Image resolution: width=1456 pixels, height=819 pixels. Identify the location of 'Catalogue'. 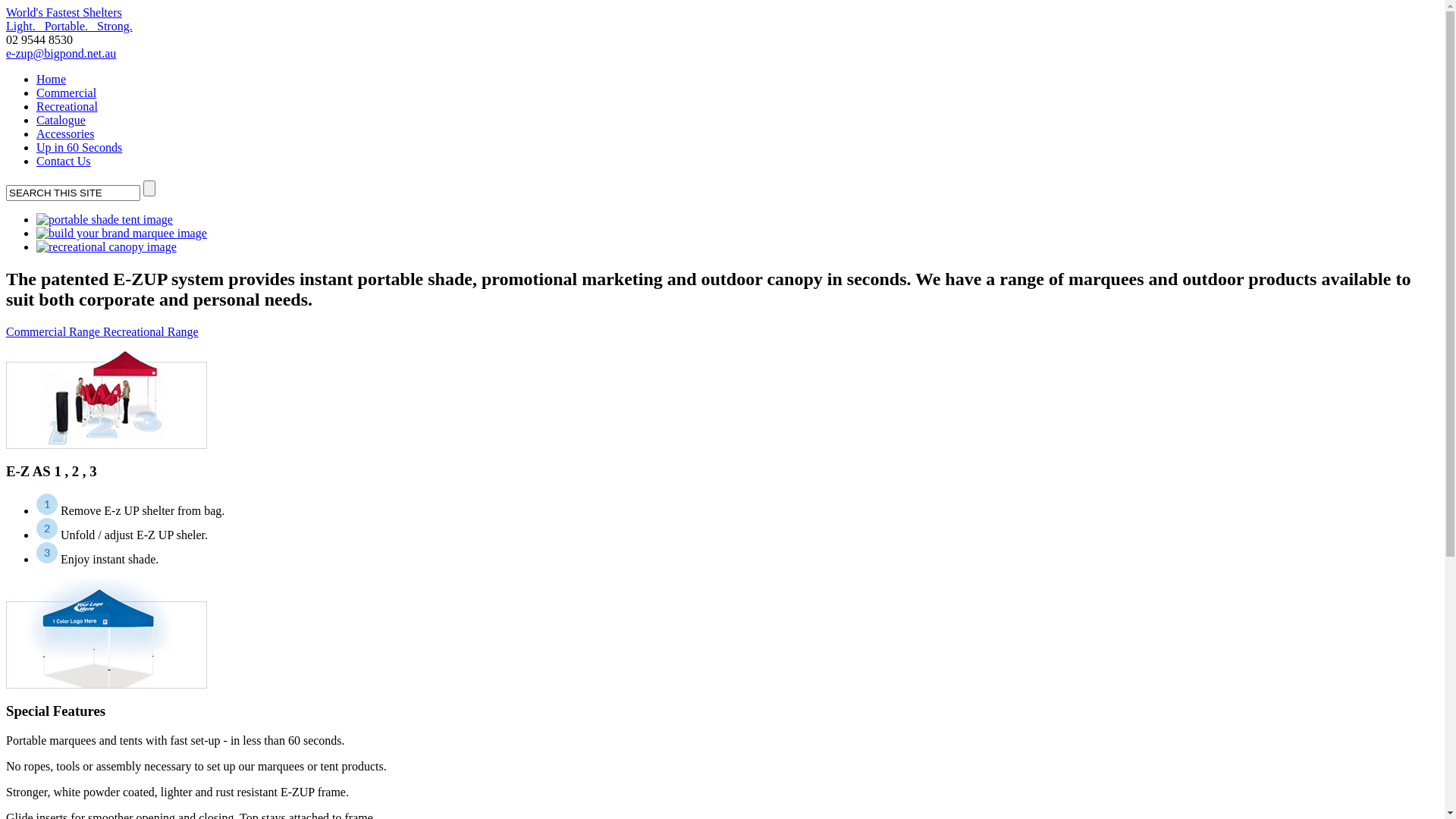
(61, 119).